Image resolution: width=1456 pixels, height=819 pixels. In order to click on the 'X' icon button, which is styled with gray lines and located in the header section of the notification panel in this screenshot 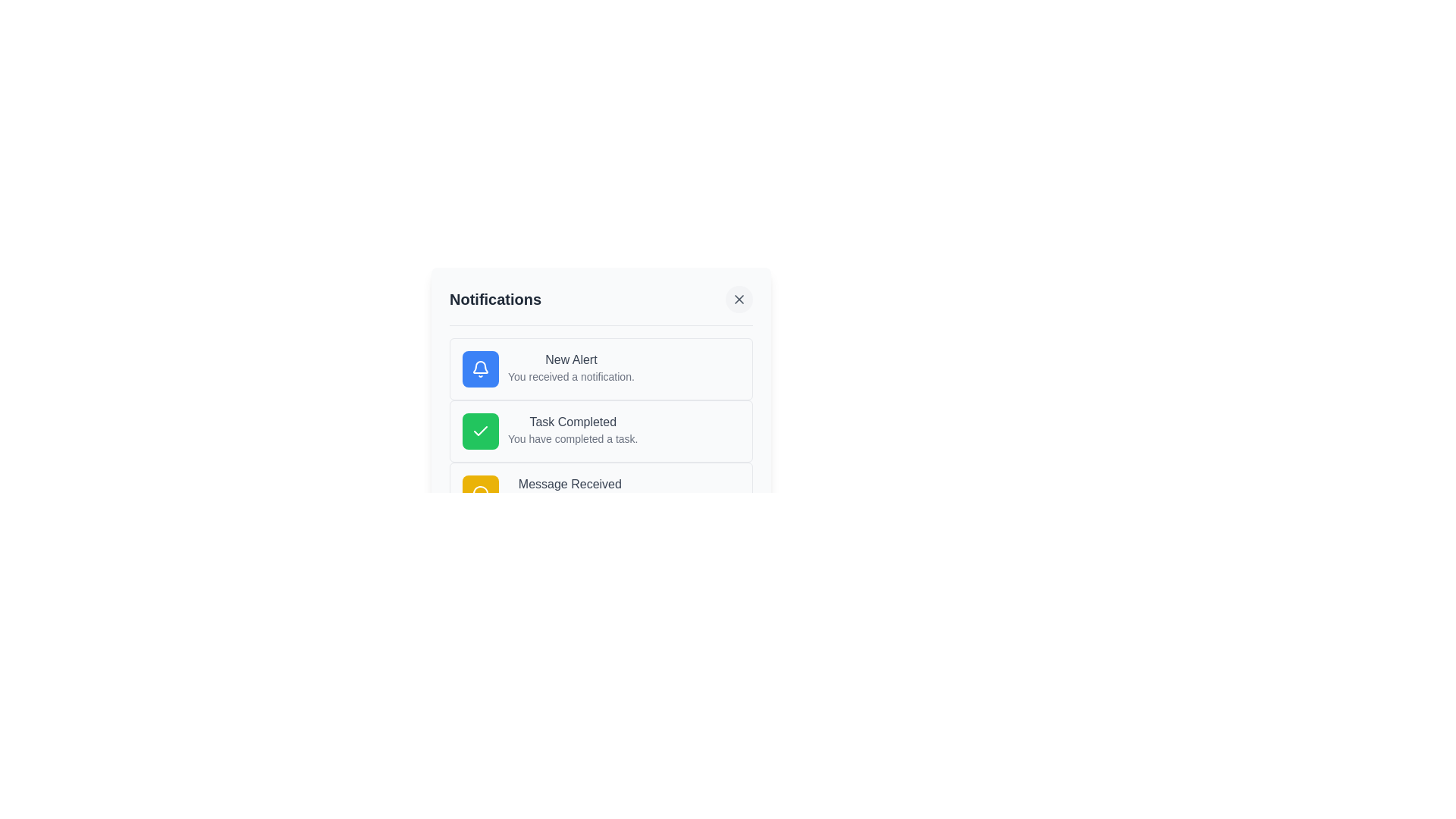, I will do `click(739, 299)`.